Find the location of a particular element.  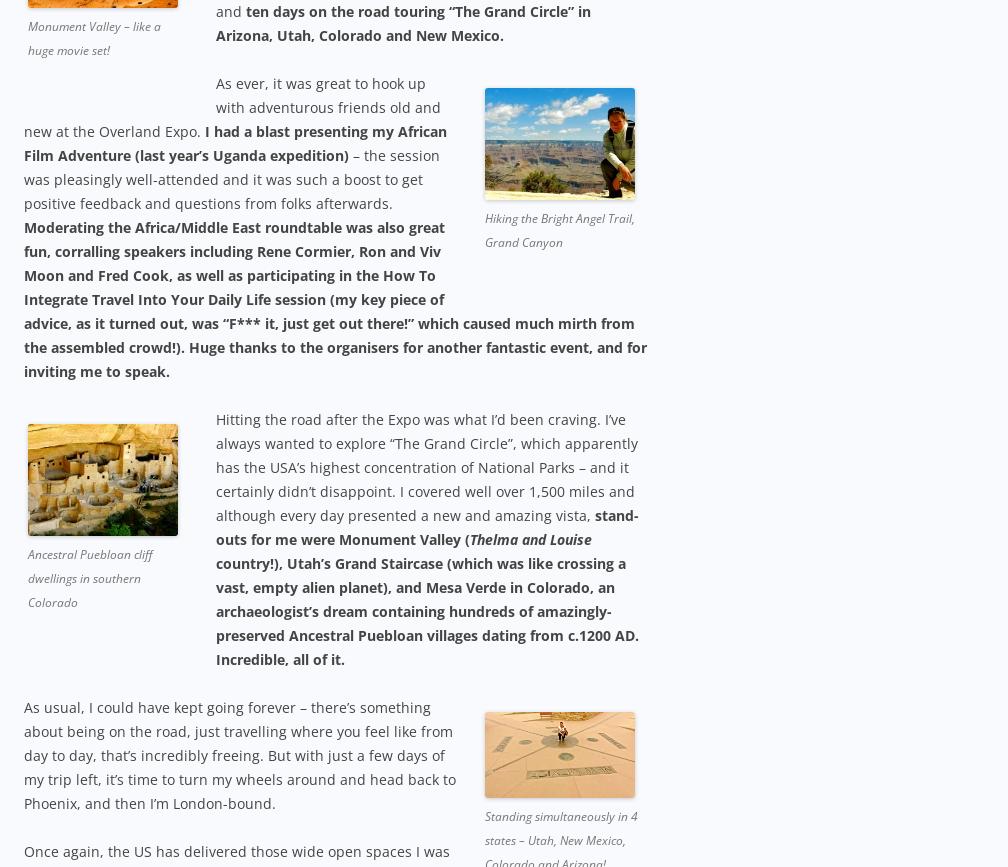

'Moderating the Africa/Middle East roundtable was also great fun, corralling speakers including Rene Cormier, Ron and Viv Moon and Fred Cook, as well as participating in the How To Integrate Travel Into Your Daily Life session (my key piece of advice, as it turned out, was “F*** it, just get out there!” which caused much mirth from the assembled crowd!). Huge thanks to the organisers for another fantastic event, and for inviting me to speak.' is located at coordinates (335, 298).